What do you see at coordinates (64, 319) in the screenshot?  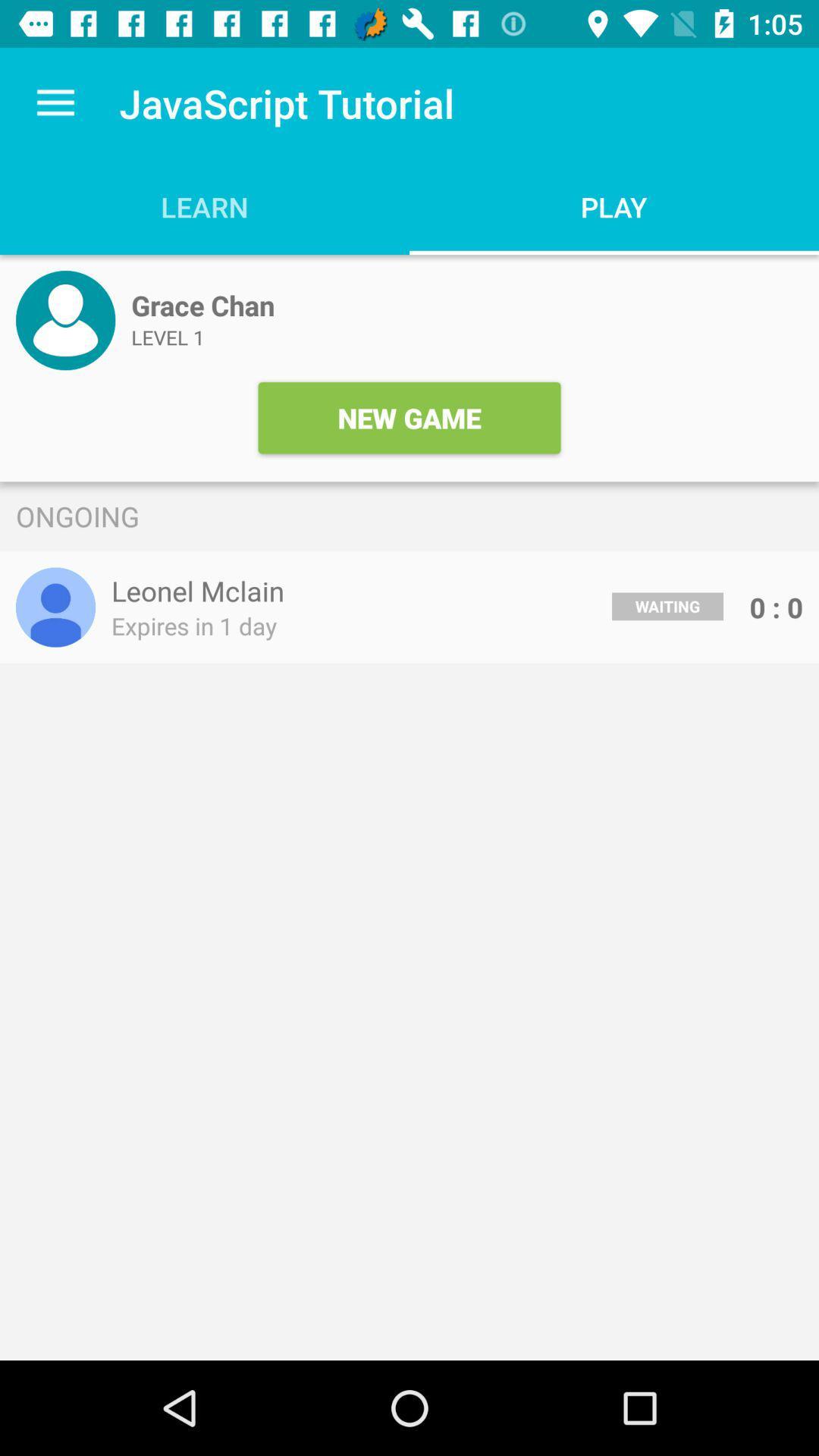 I see `the person icon left to the grace chan on the left hand side` at bounding box center [64, 319].